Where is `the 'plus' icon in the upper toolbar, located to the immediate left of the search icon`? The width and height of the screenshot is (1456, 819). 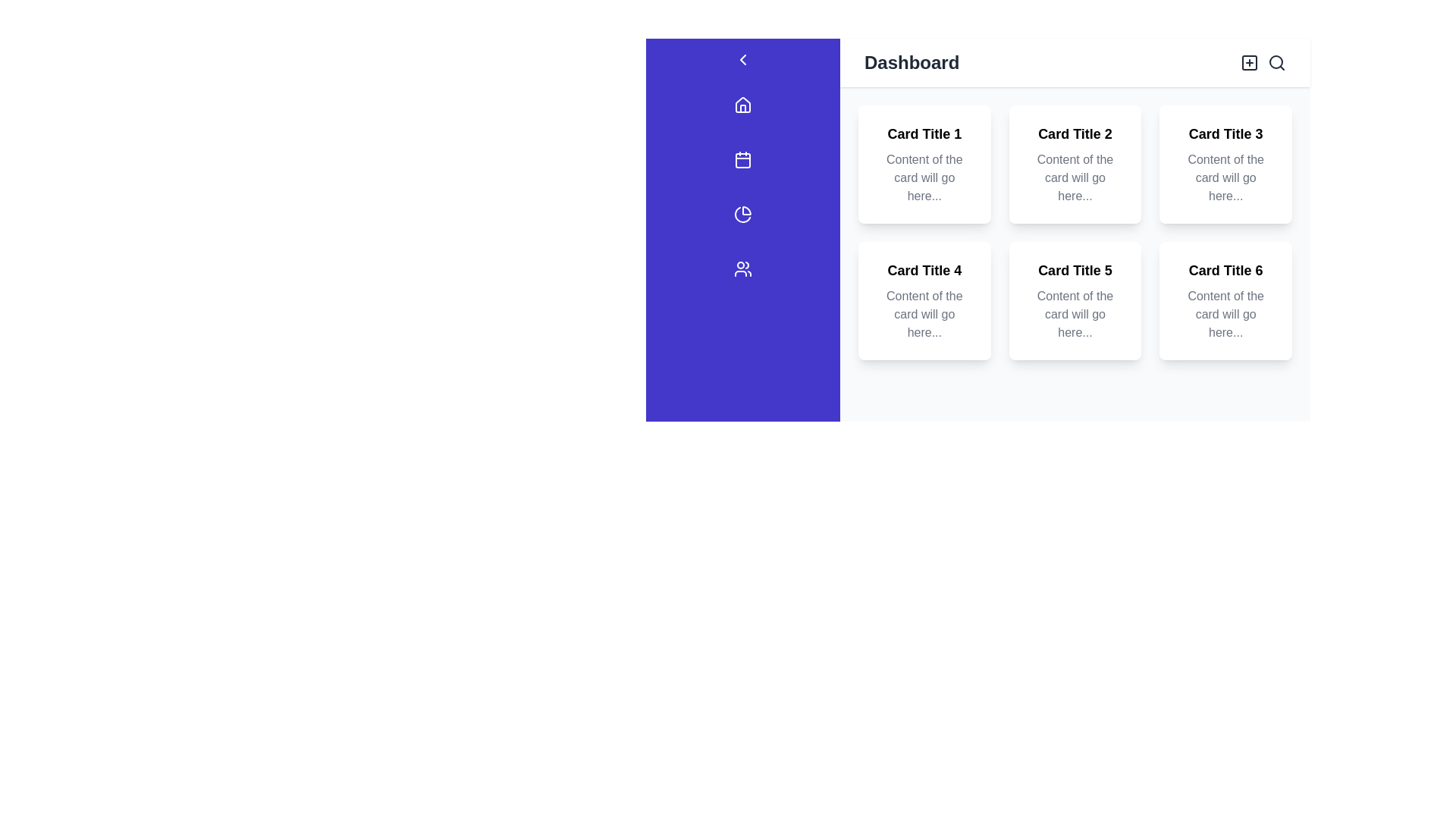 the 'plus' icon in the upper toolbar, located to the immediate left of the search icon is located at coordinates (1249, 62).